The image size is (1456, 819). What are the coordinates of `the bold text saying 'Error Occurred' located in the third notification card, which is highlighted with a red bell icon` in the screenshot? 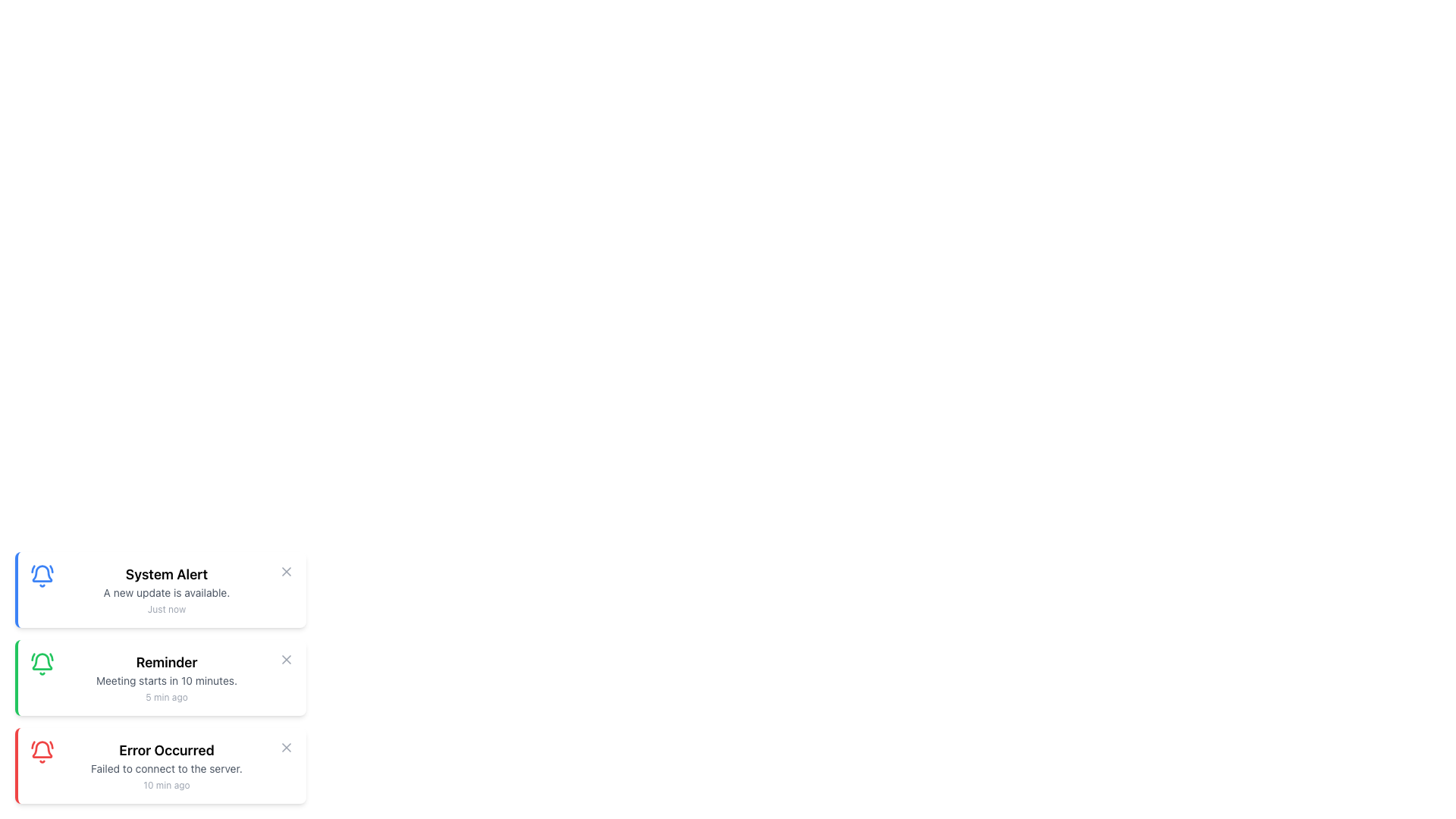 It's located at (167, 751).